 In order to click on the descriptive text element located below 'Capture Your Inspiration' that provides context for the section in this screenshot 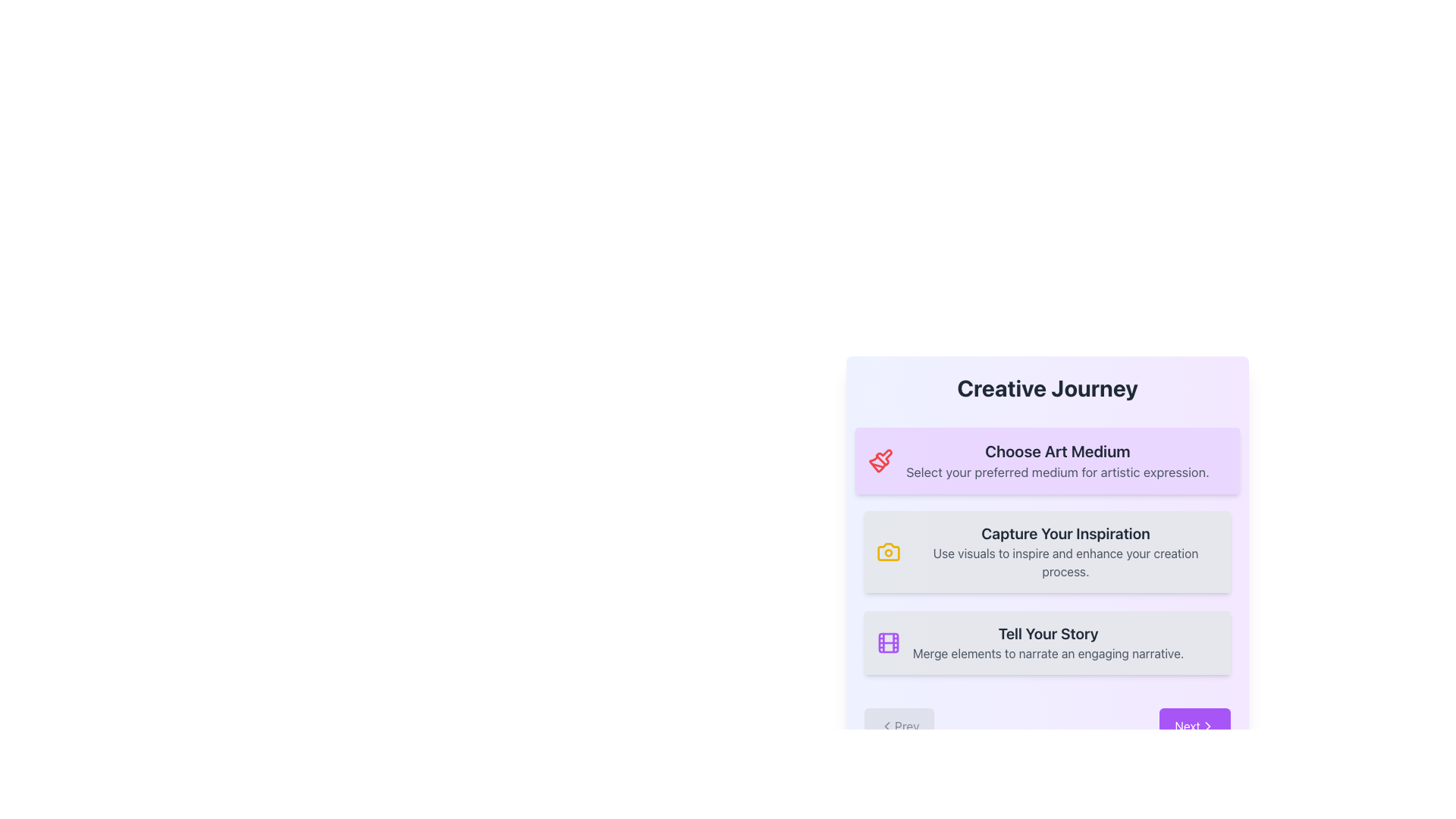, I will do `click(1065, 562)`.